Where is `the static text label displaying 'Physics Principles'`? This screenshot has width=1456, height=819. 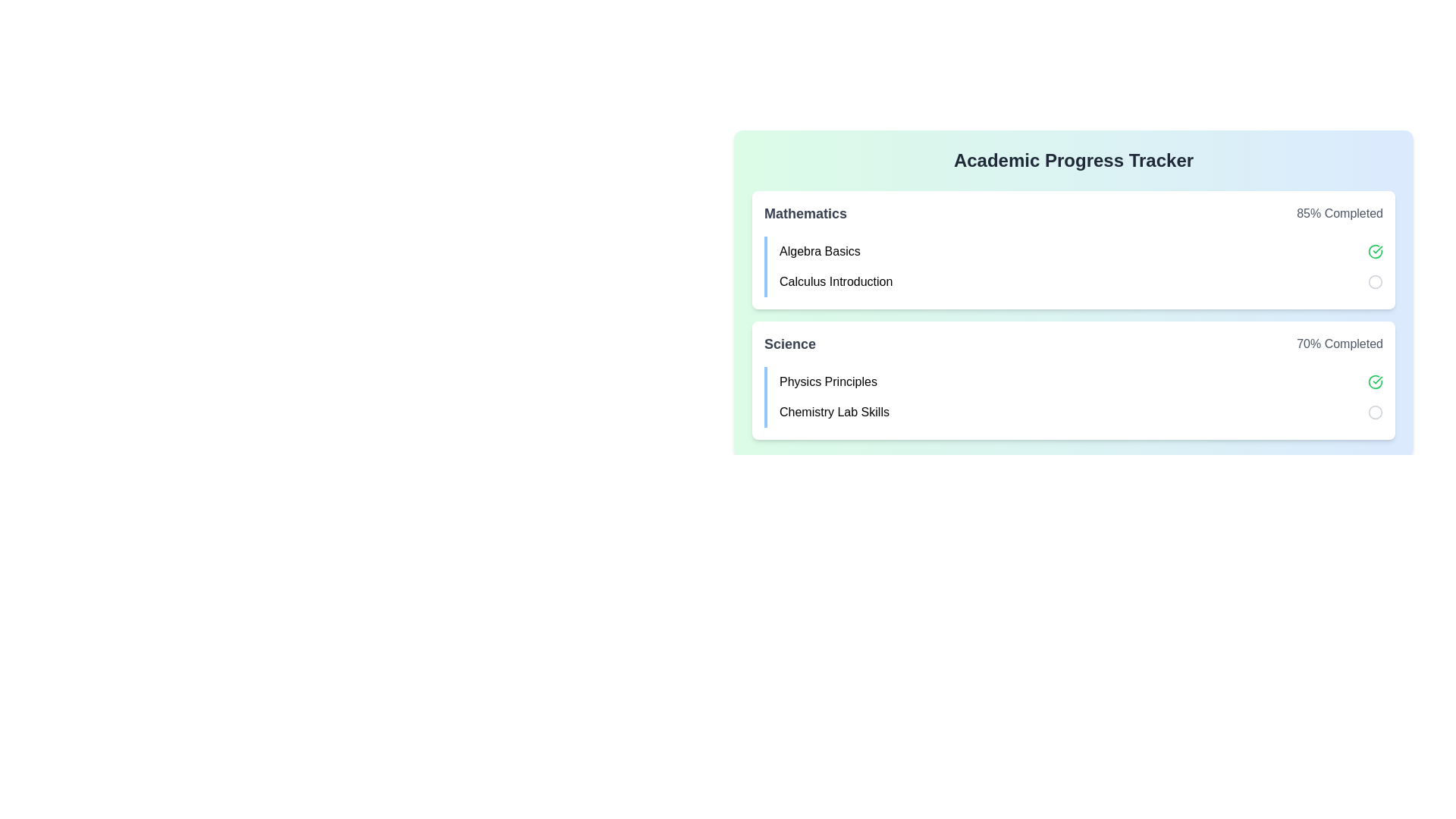
the static text label displaying 'Physics Principles' is located at coordinates (827, 381).